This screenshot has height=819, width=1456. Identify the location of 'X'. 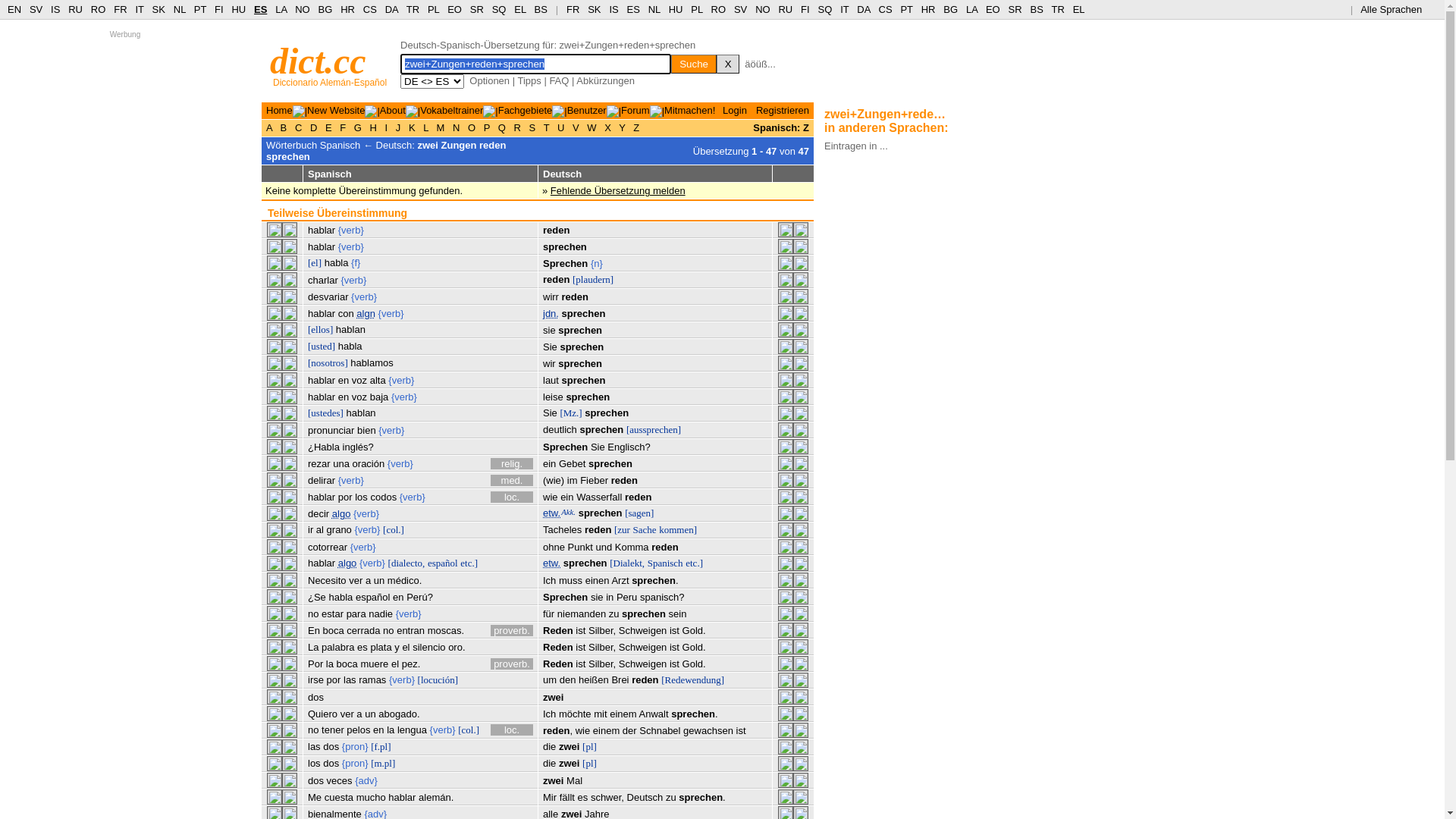
(607, 127).